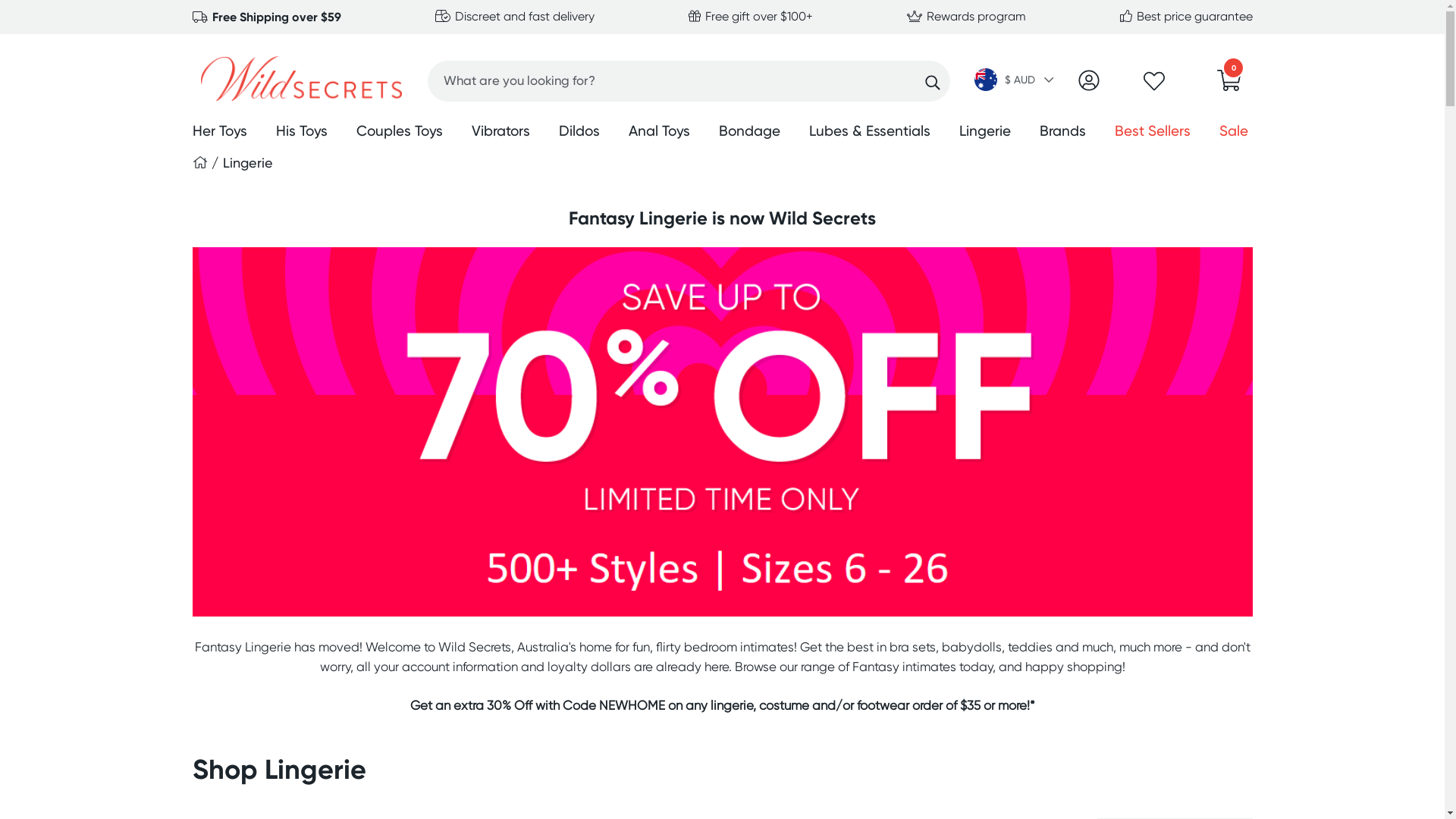 The height and width of the screenshot is (819, 1456). What do you see at coordinates (1229, 84) in the screenshot?
I see `'0'` at bounding box center [1229, 84].